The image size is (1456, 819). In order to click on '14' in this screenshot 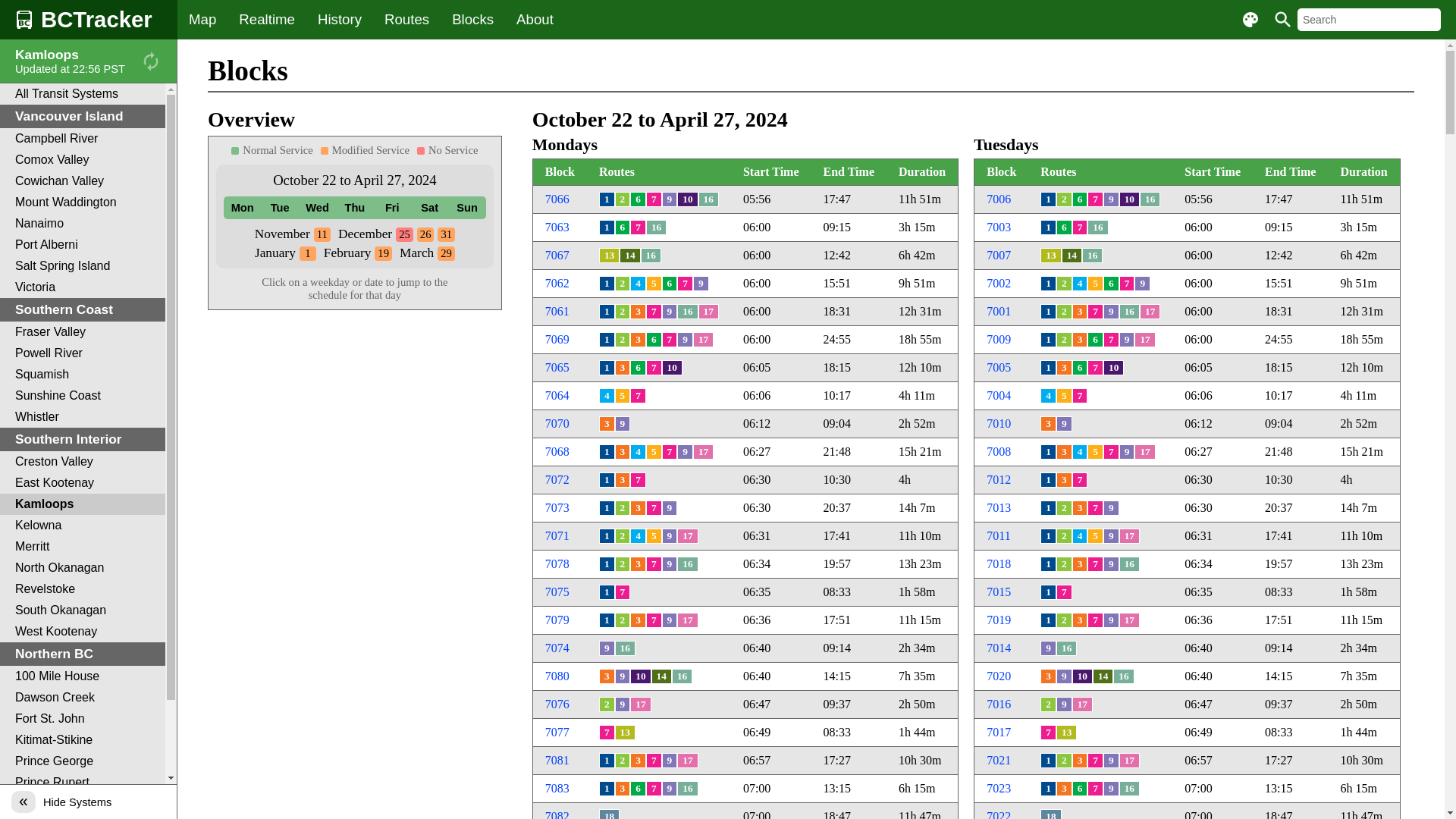, I will do `click(1071, 254)`.